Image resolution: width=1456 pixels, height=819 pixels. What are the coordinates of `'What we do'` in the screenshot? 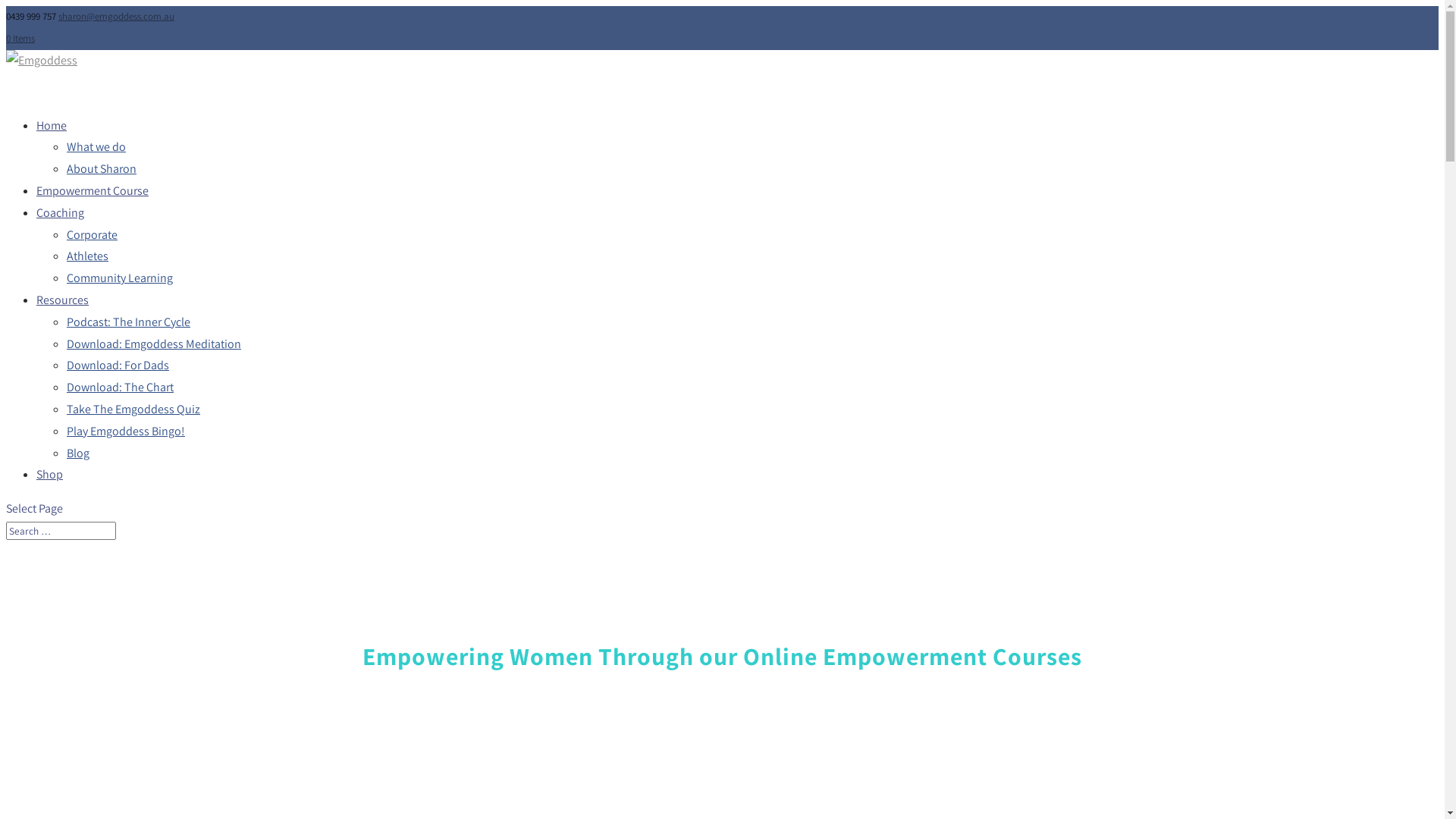 It's located at (95, 146).